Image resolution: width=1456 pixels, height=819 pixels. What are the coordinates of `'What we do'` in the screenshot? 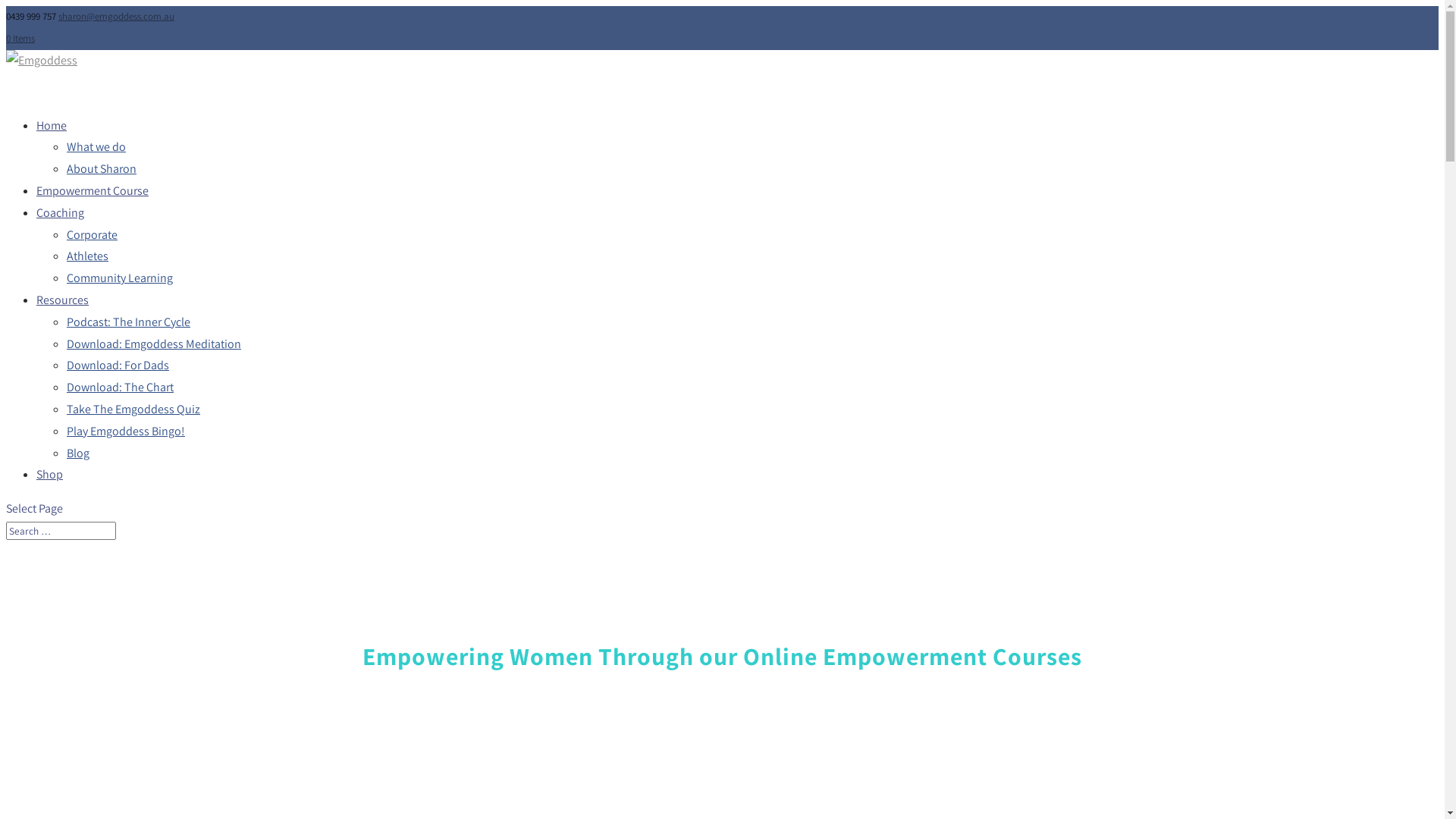 It's located at (95, 146).